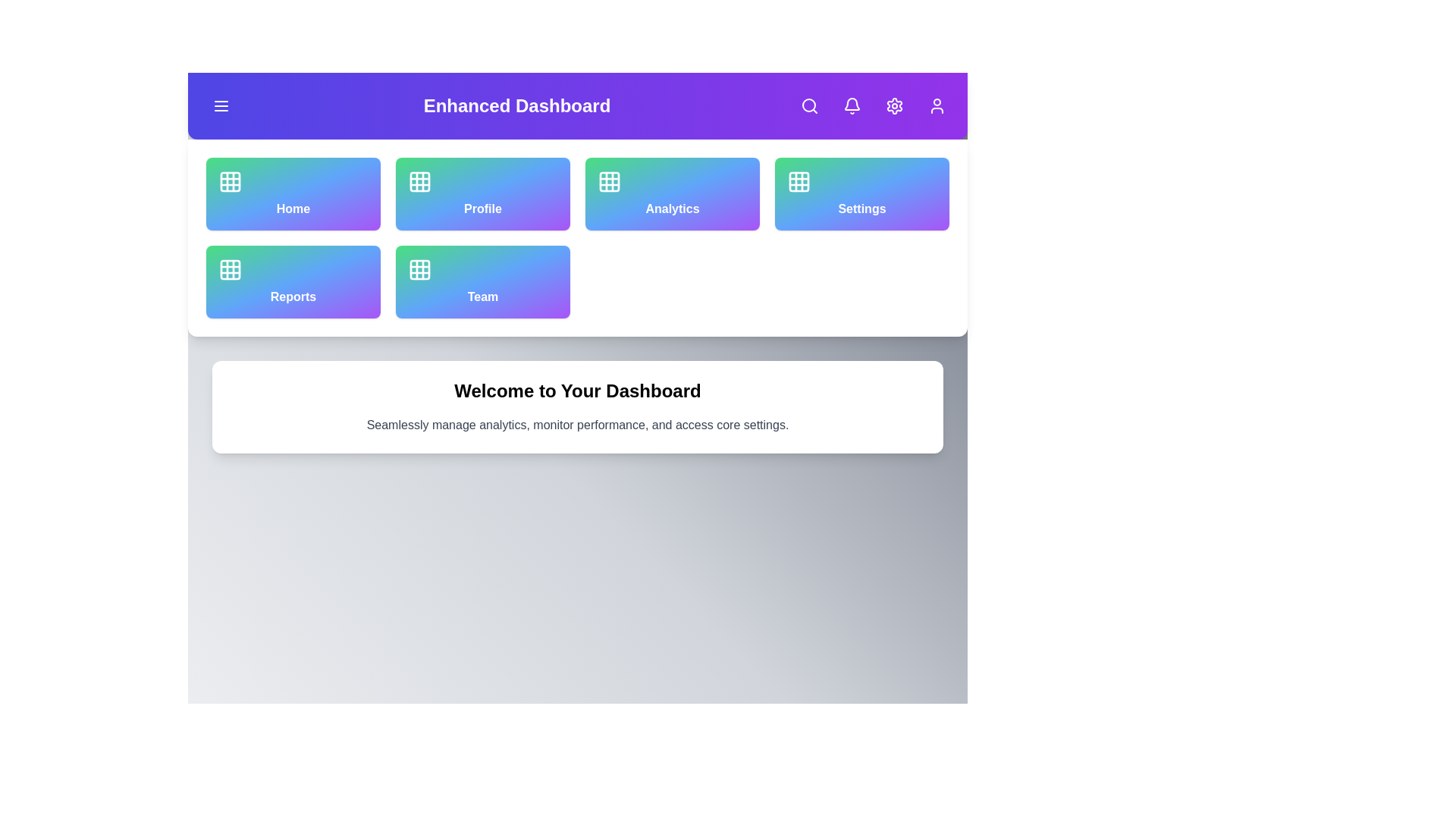 The width and height of the screenshot is (1456, 819). What do you see at coordinates (937, 105) in the screenshot?
I see `the user profile button` at bounding box center [937, 105].